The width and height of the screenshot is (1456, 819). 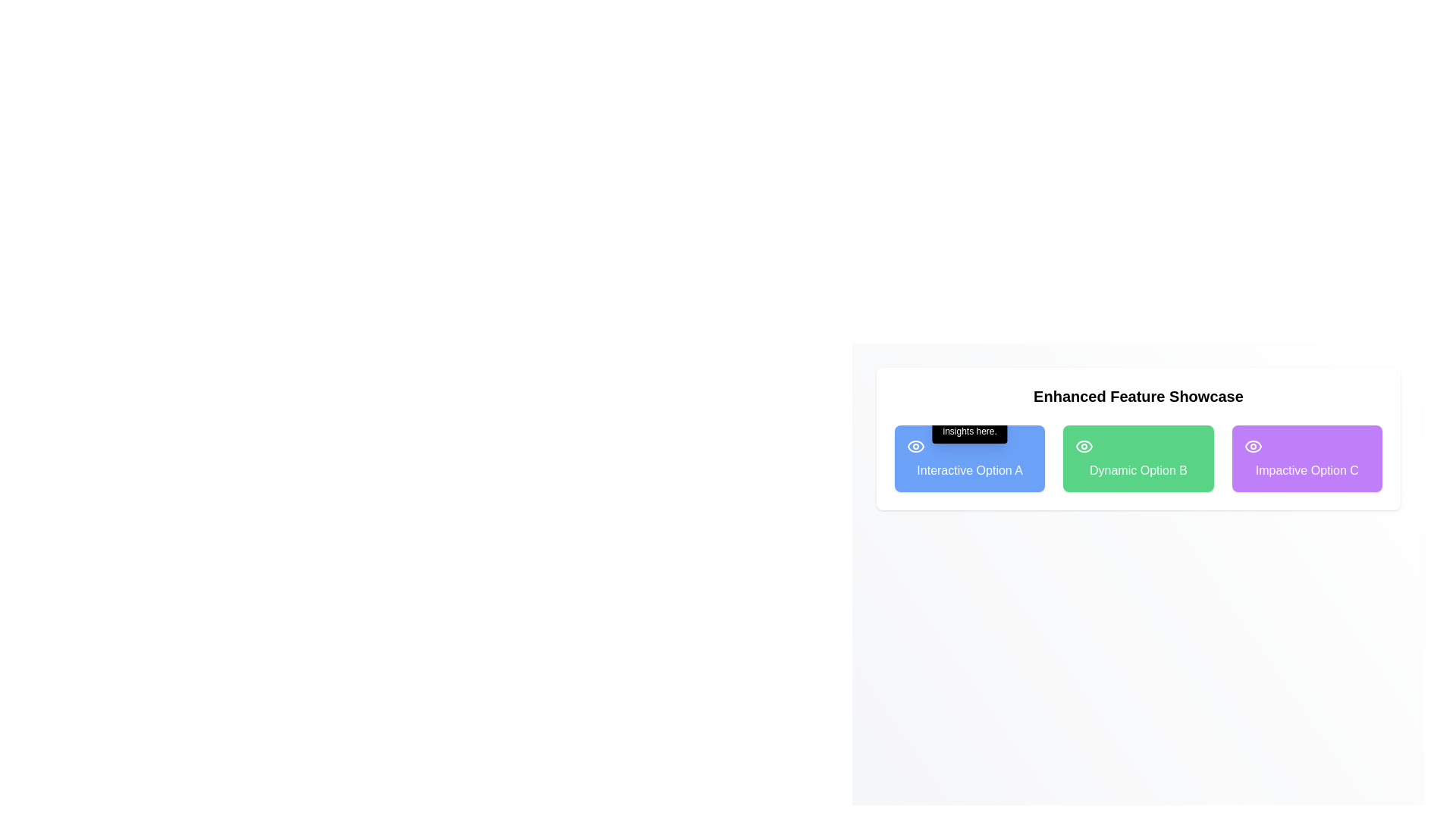 What do you see at coordinates (1306, 469) in the screenshot?
I see `the text label displaying 'Impactive Option C', which is styled with a bold white font on a purple background and is the third option in a row of buttons next to 'Dynamic Option B'` at bounding box center [1306, 469].